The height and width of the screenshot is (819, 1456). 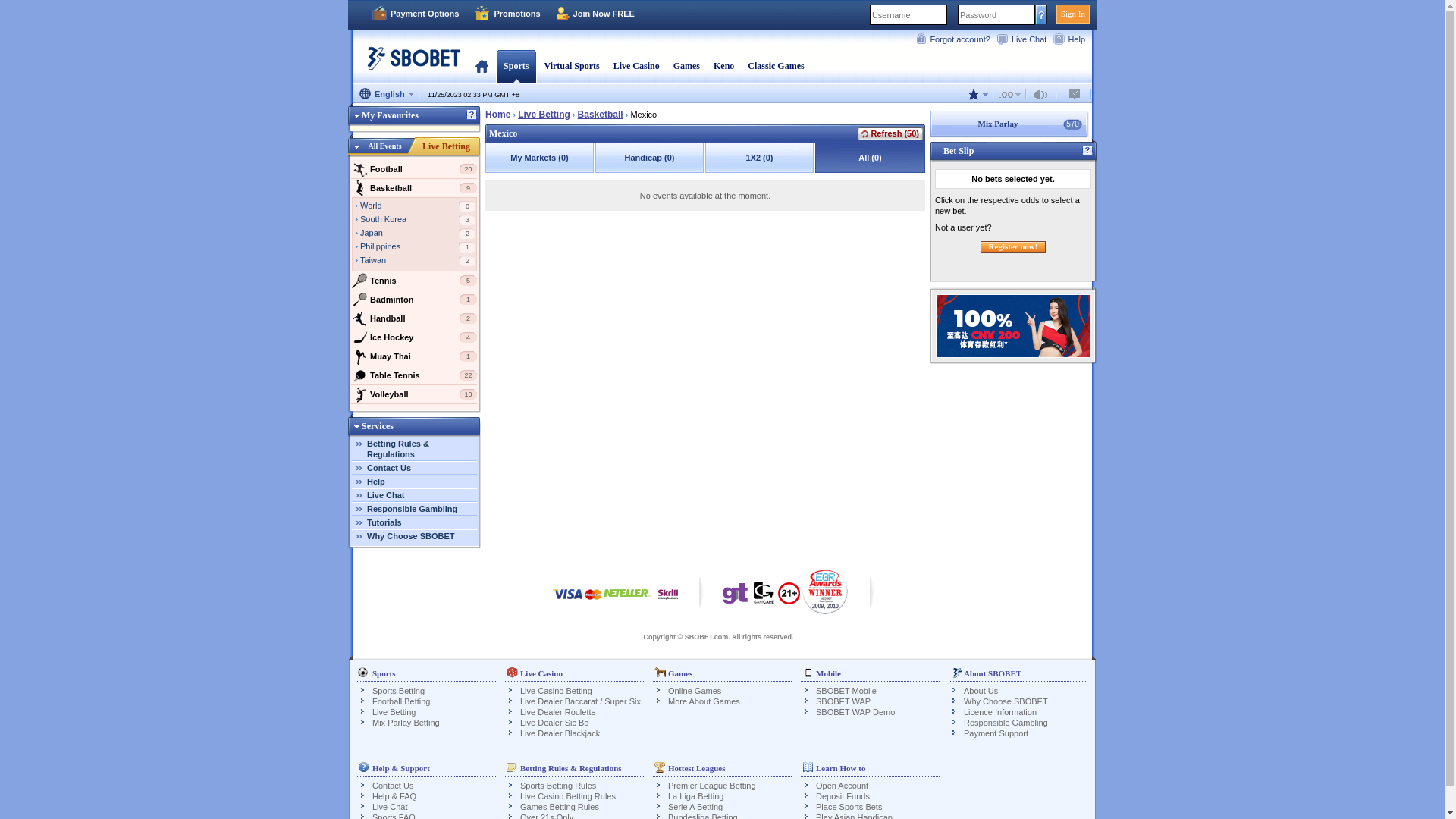 What do you see at coordinates (520, 795) in the screenshot?
I see `'Live Casino Betting Rules'` at bounding box center [520, 795].